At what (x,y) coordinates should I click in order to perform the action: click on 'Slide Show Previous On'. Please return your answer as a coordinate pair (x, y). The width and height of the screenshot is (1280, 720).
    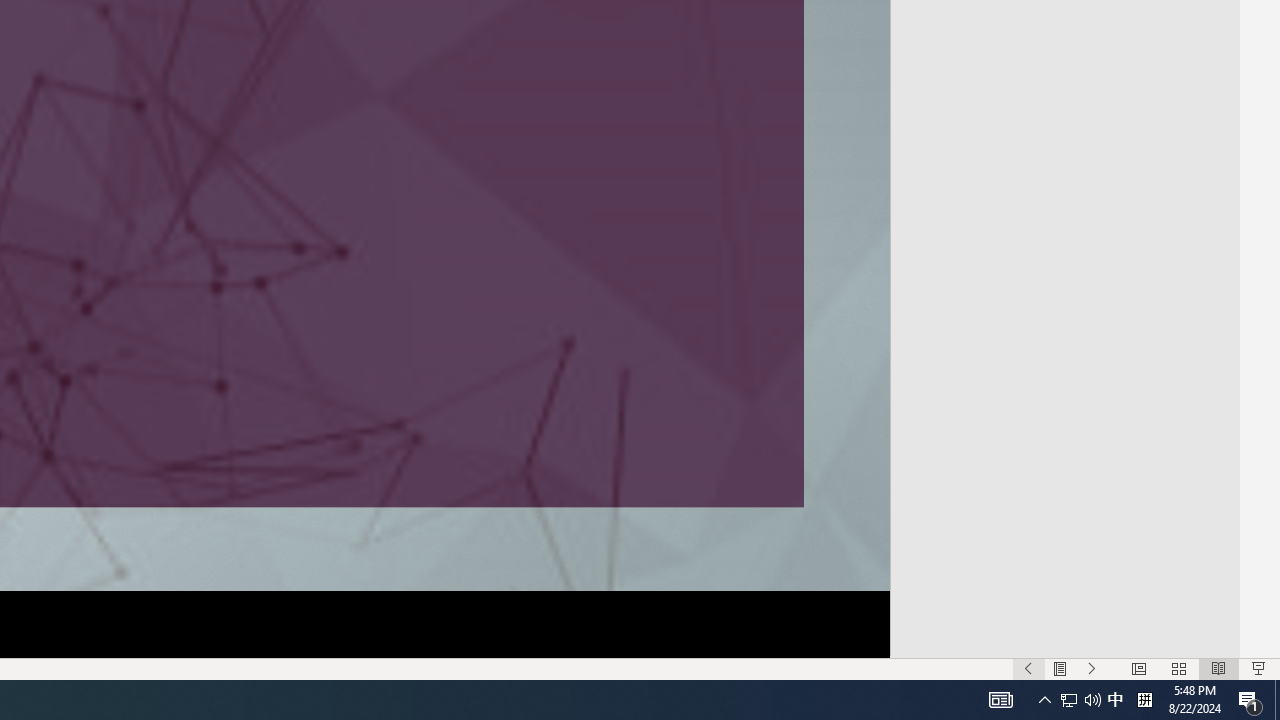
    Looking at the image, I should click on (1028, 669).